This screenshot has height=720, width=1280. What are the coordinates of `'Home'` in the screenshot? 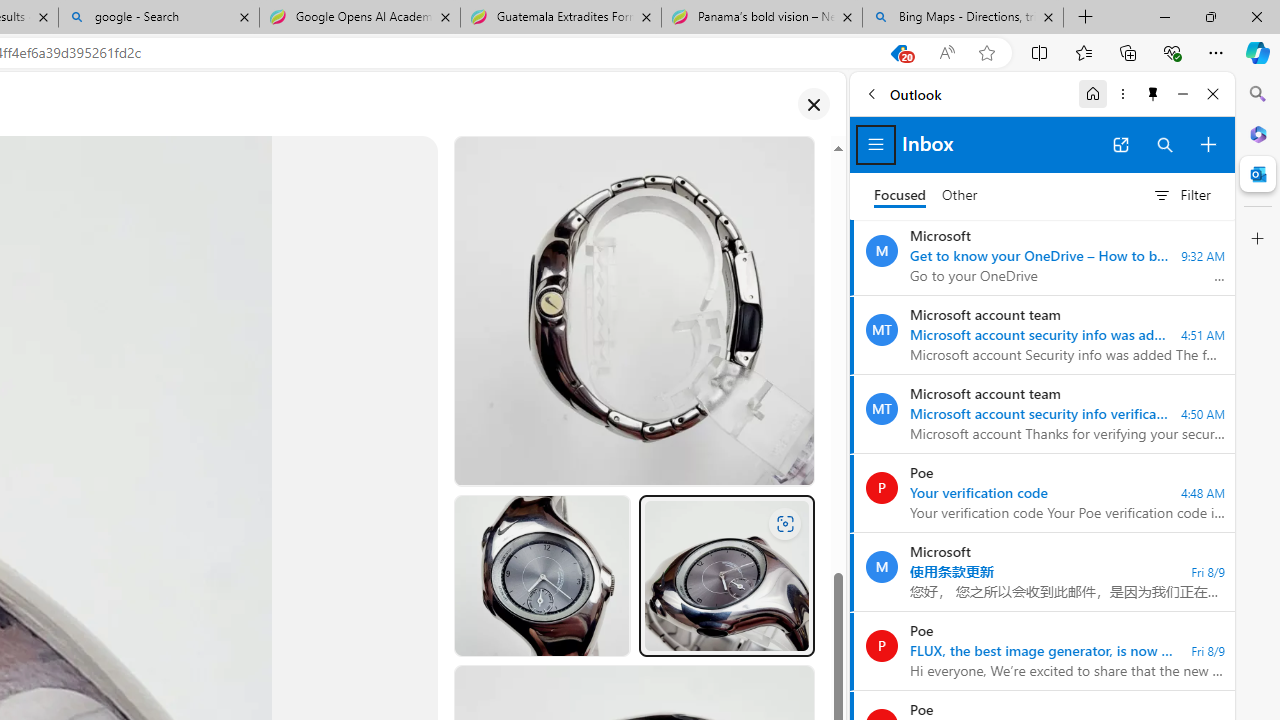 It's located at (1092, 93).